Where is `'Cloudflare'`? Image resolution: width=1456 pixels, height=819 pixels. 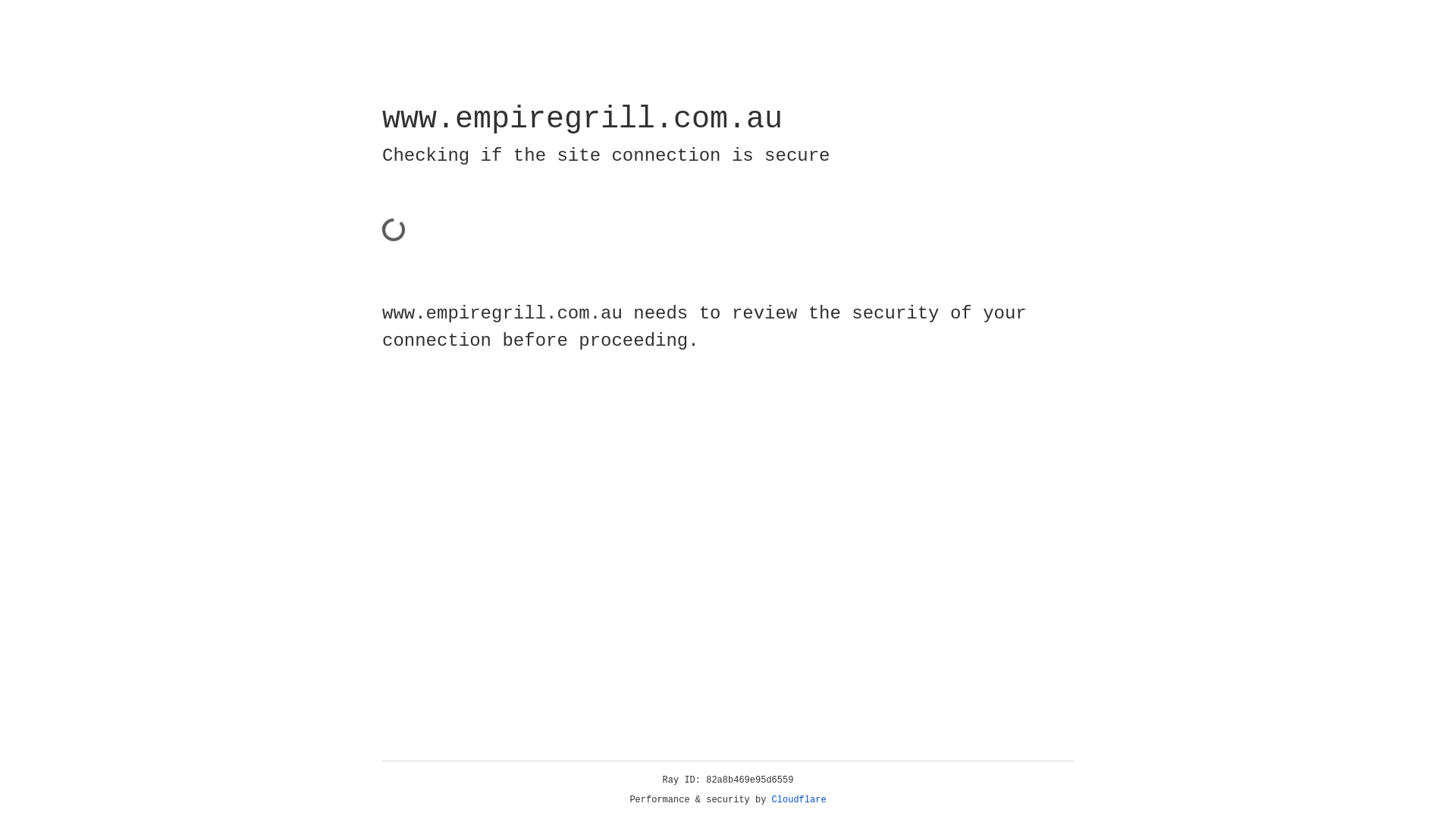 'Cloudflare' is located at coordinates (771, 799).